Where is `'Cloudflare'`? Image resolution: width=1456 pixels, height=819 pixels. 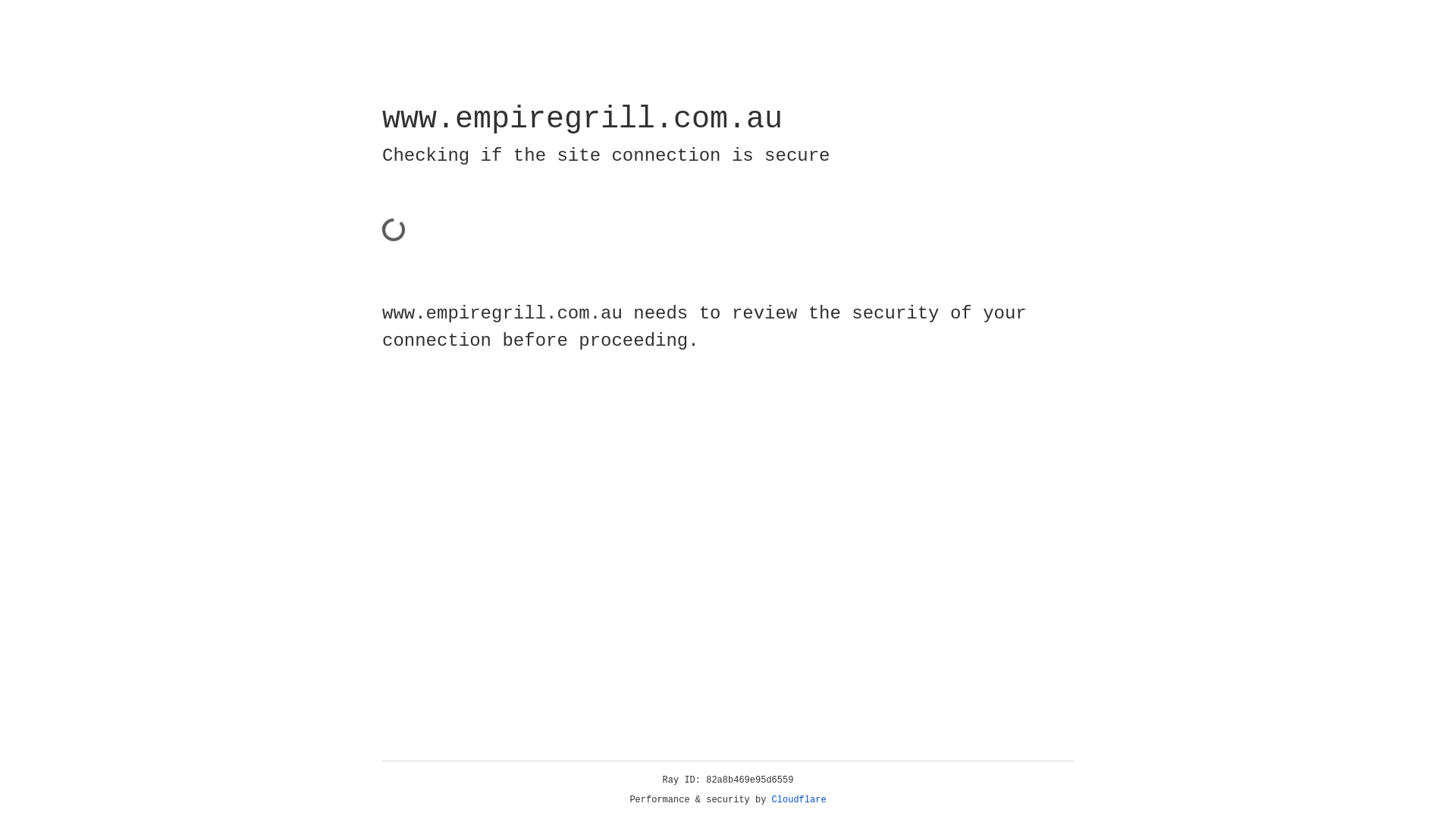 'Cloudflare' is located at coordinates (771, 799).